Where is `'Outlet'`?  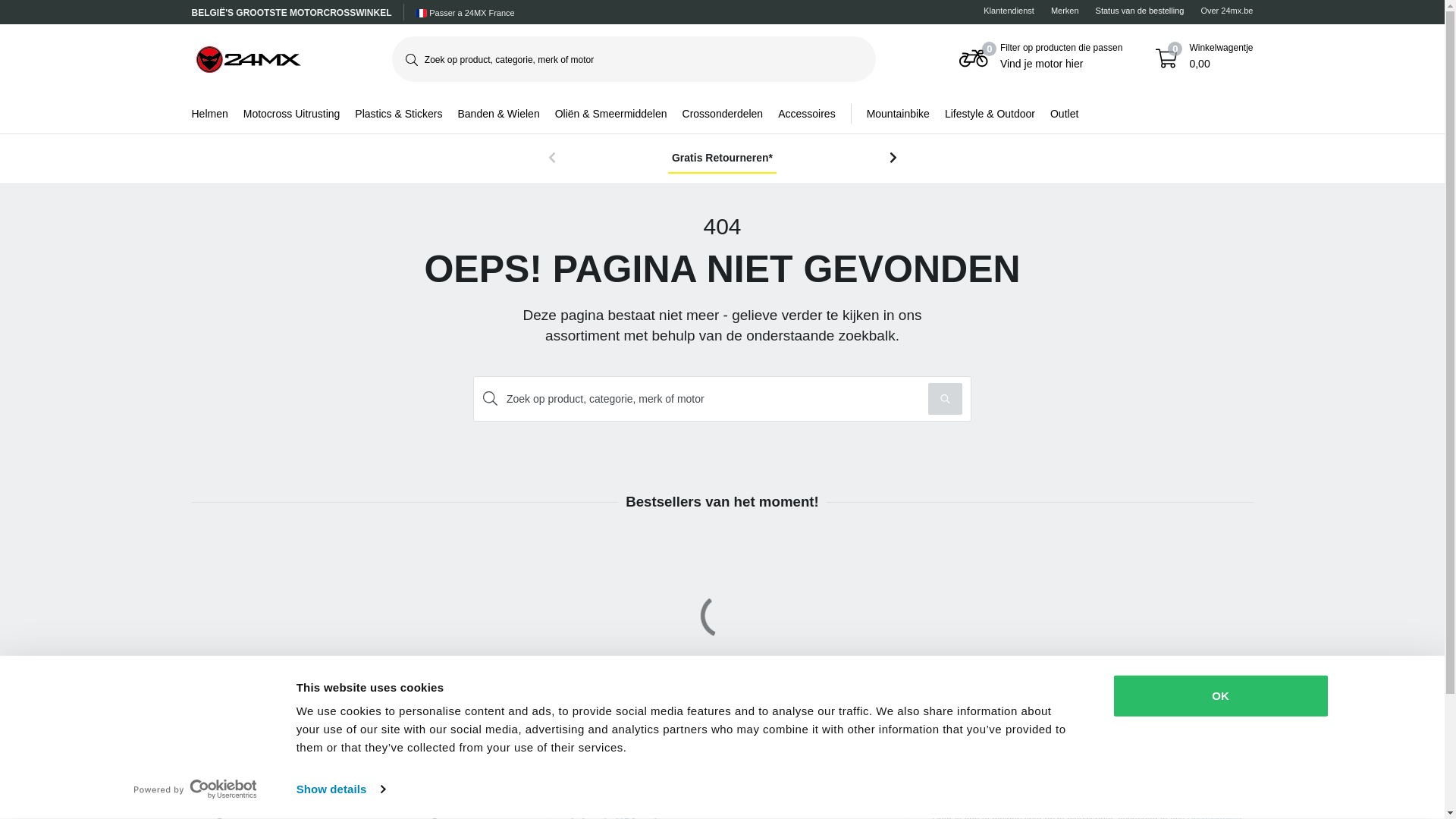 'Outlet' is located at coordinates (1063, 113).